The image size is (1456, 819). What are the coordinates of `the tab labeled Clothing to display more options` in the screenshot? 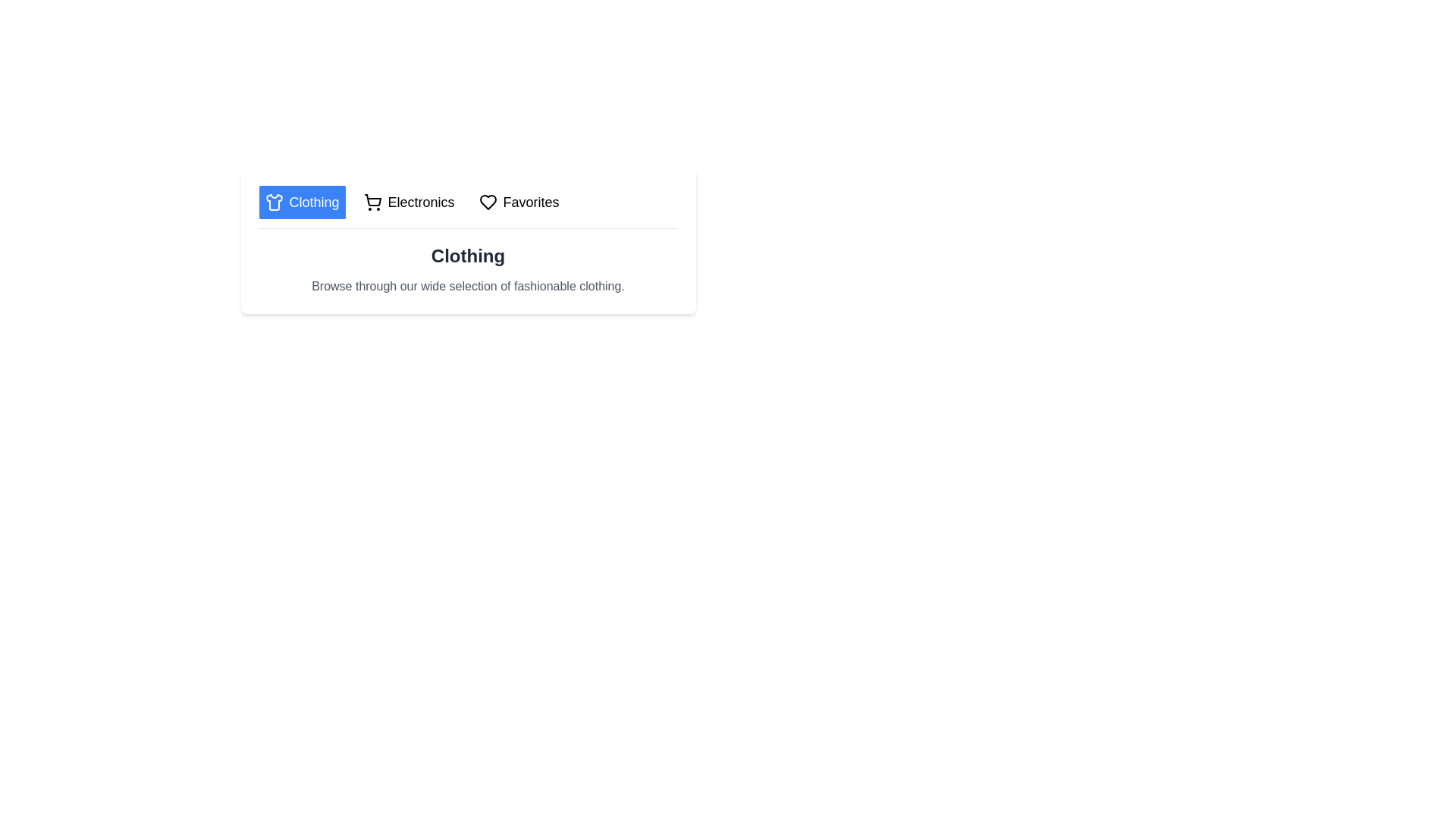 It's located at (302, 201).